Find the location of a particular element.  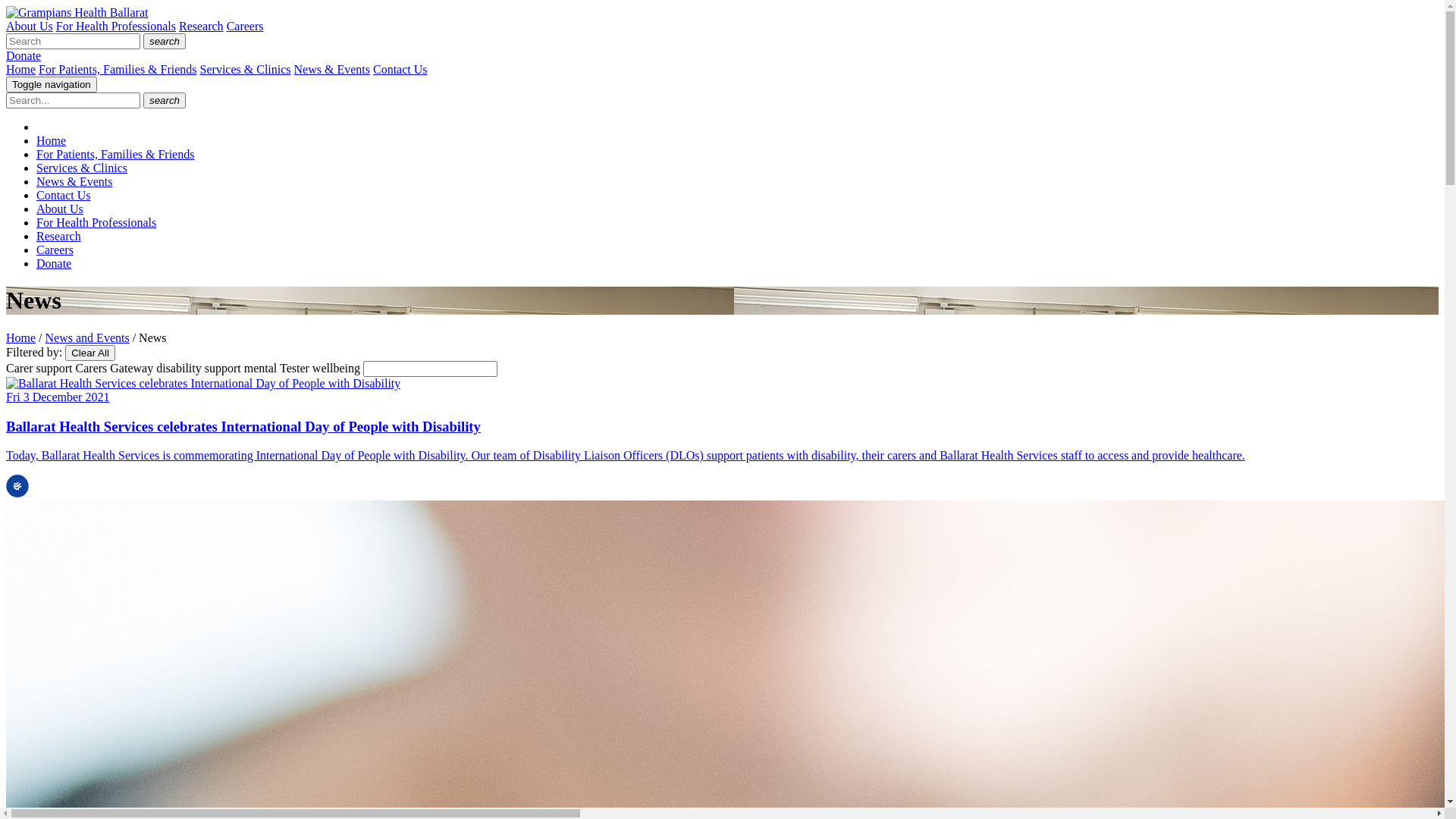

'Donate' is located at coordinates (23, 55).